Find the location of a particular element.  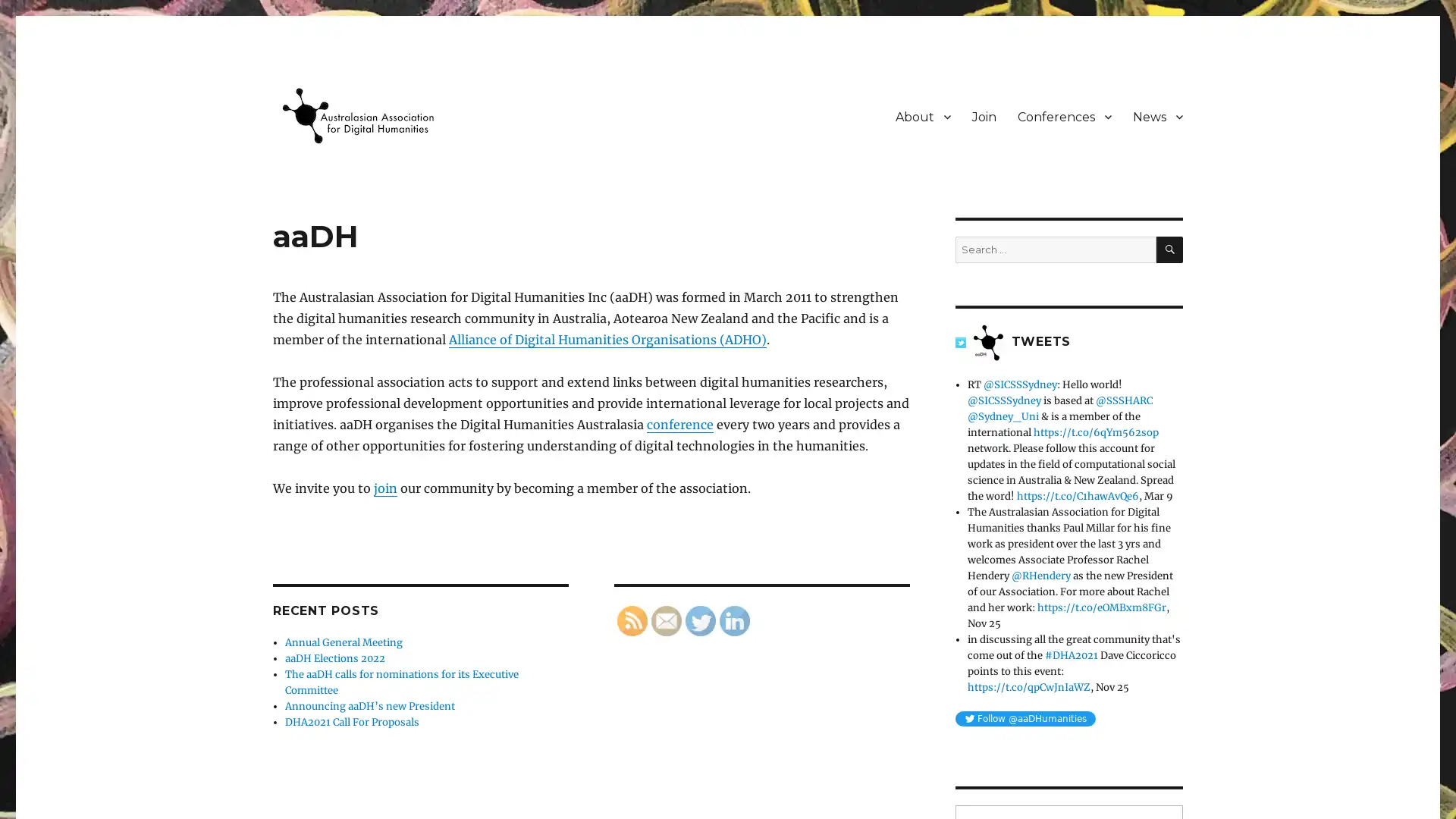

SEARCH is located at coordinates (1169, 249).